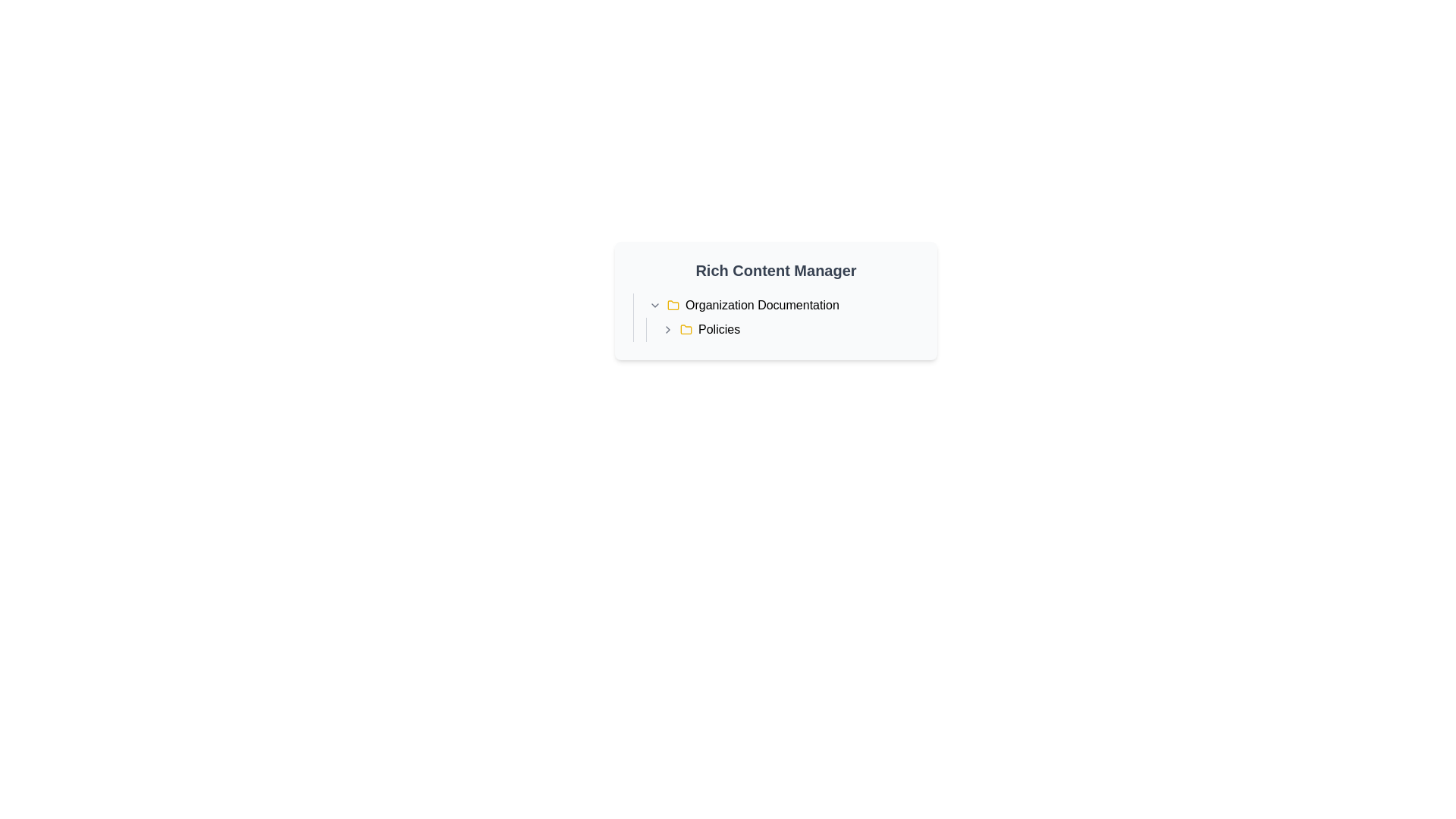 The image size is (1456, 819). Describe the element at coordinates (673, 305) in the screenshot. I see `the yellow folder icon located to the left of the text 'Organization Documentation'` at that location.